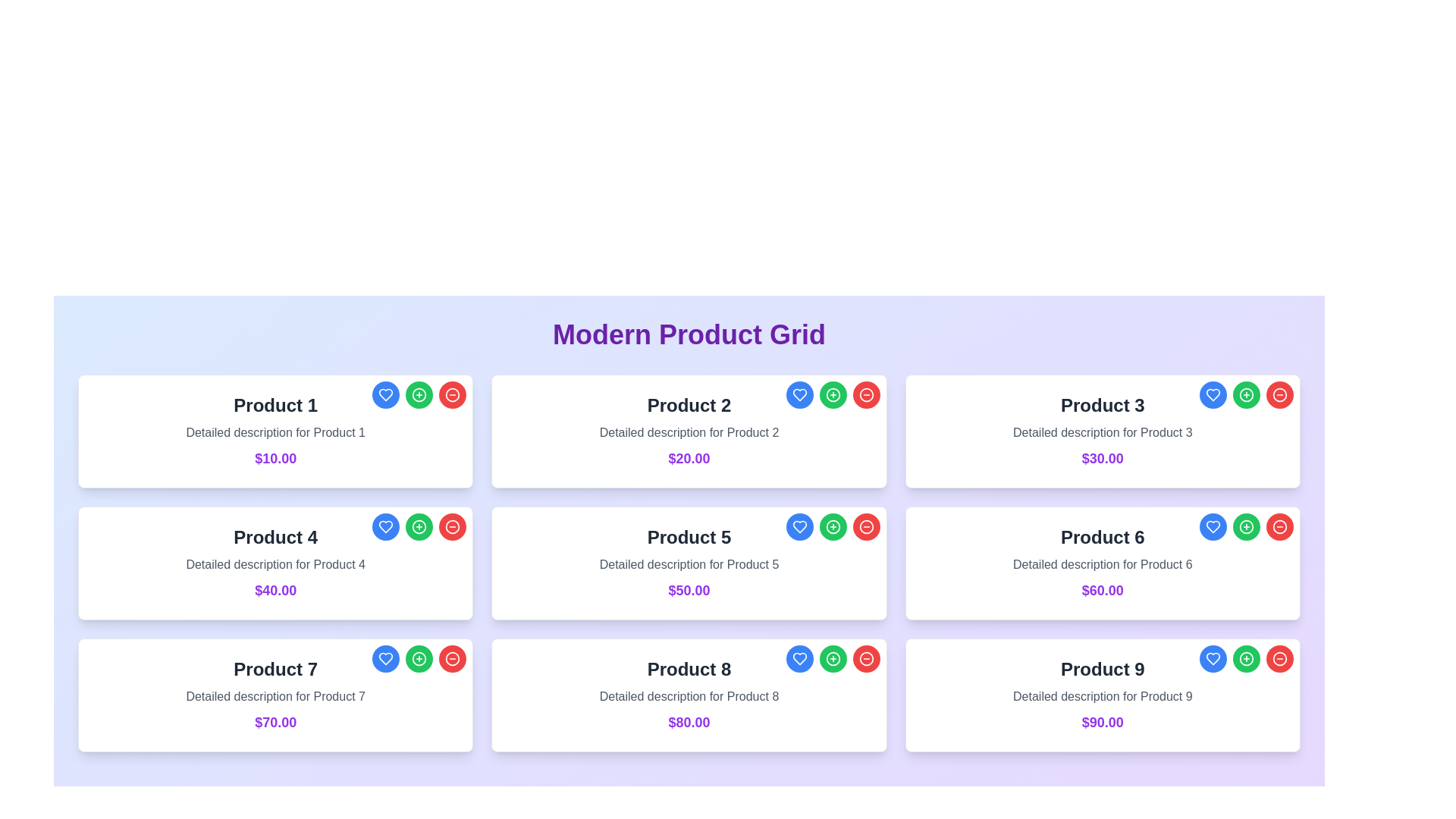 The image size is (1456, 819). Describe the element at coordinates (275, 564) in the screenshot. I see `description provided by the text label for 'Product 4', which is positioned below the title and above the price label` at that location.